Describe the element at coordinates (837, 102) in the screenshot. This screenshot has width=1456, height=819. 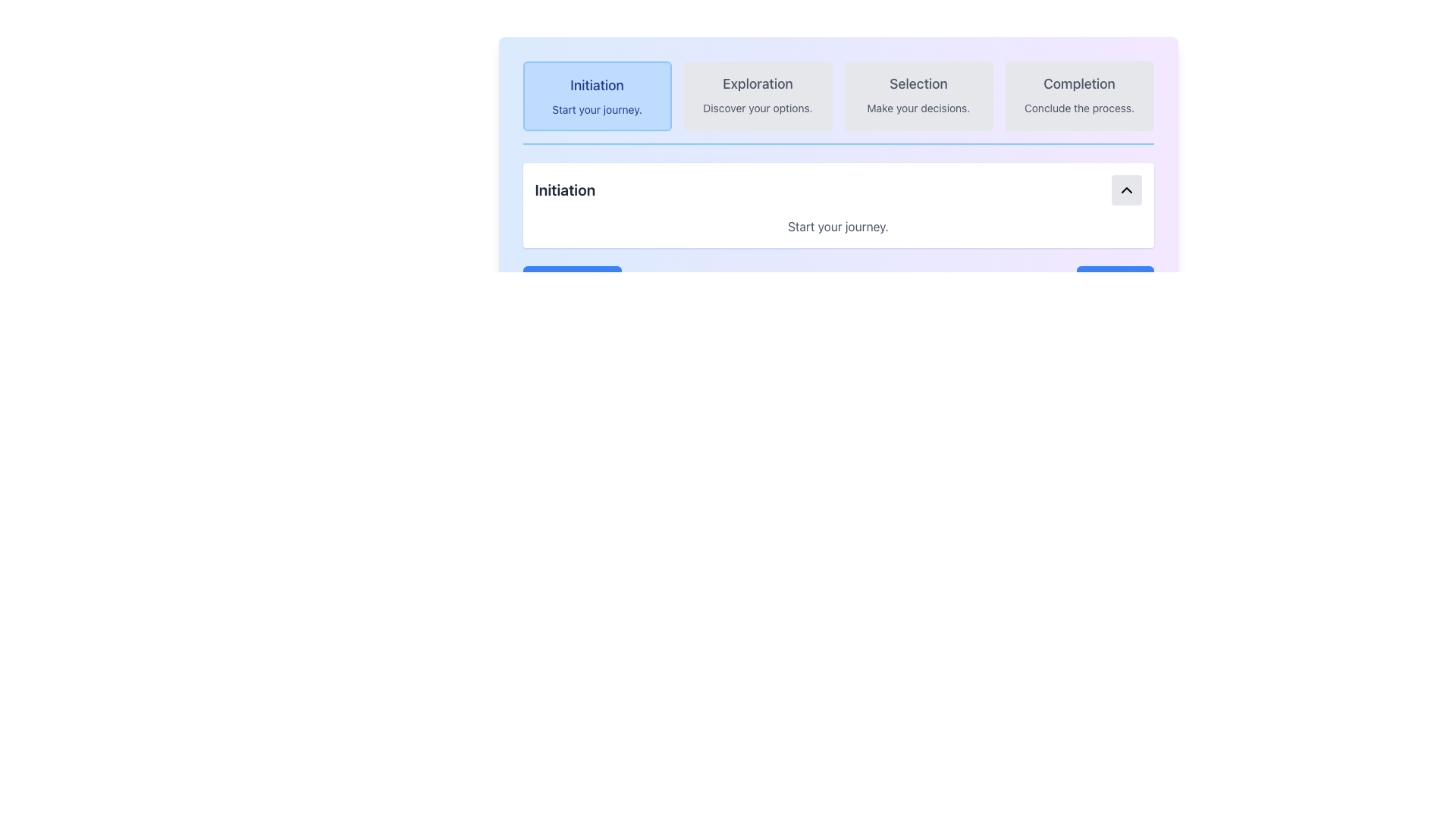
I see `the Grid-based Navigation Component sections` at that location.